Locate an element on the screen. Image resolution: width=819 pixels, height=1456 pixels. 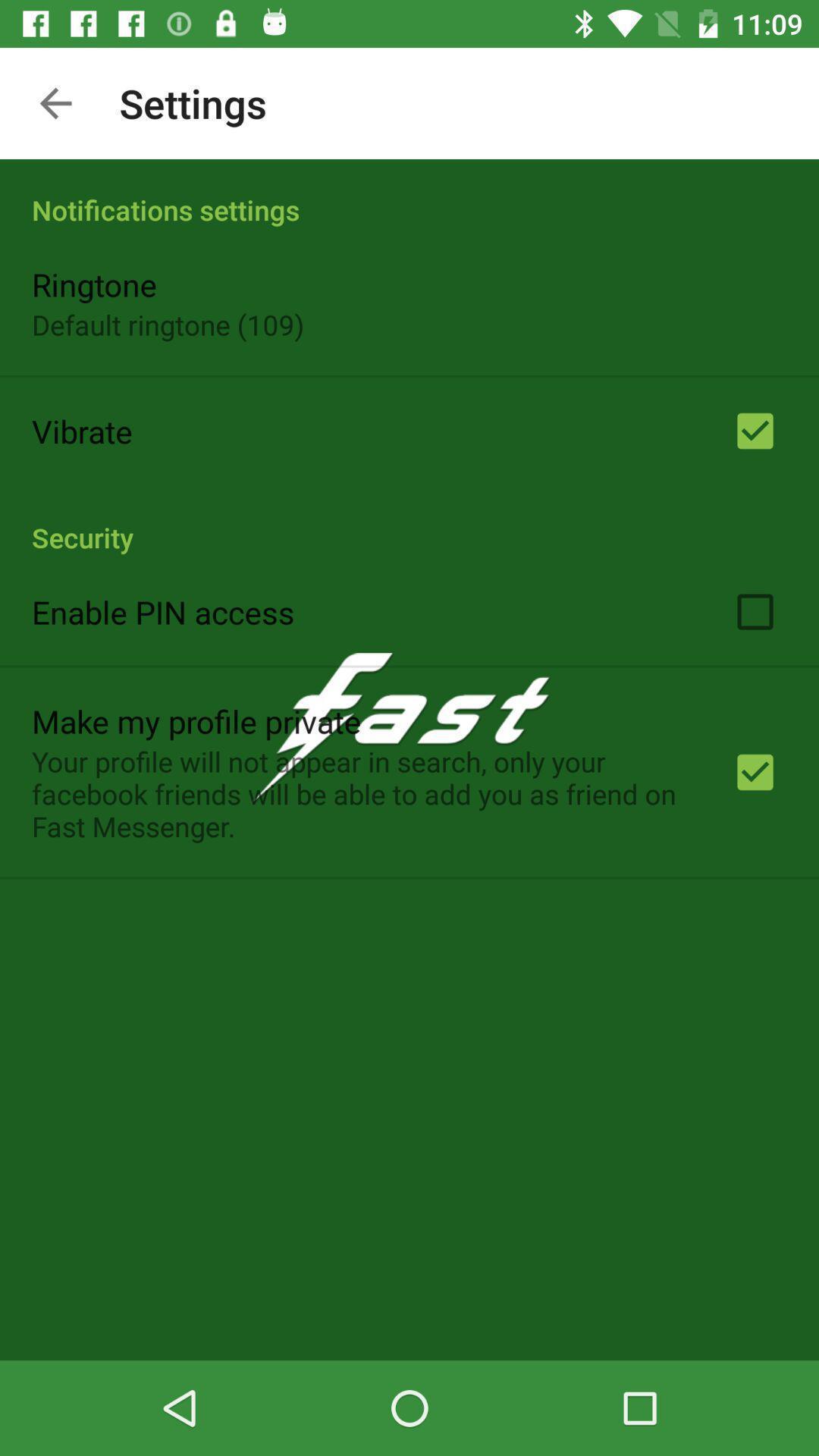
the icon above make my profile is located at coordinates (163, 611).